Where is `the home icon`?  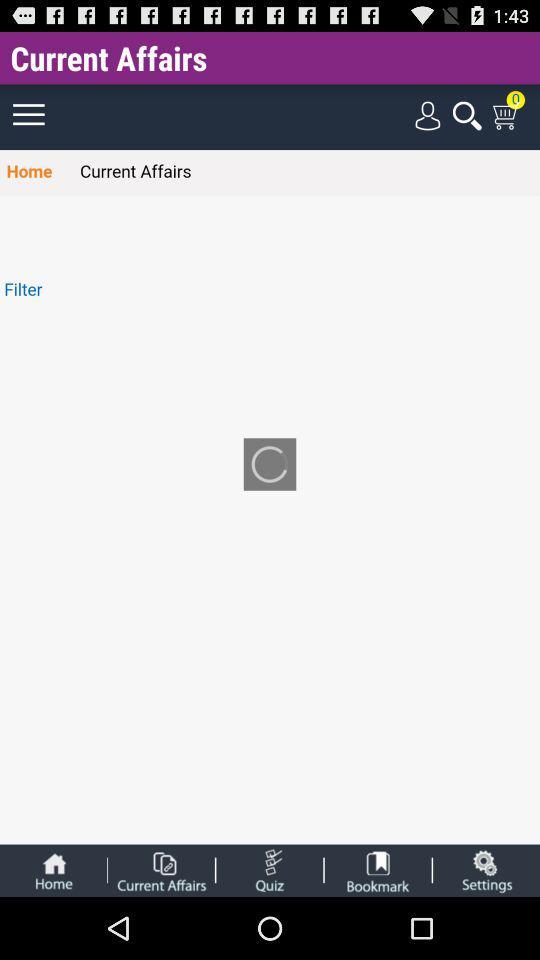 the home icon is located at coordinates (53, 931).